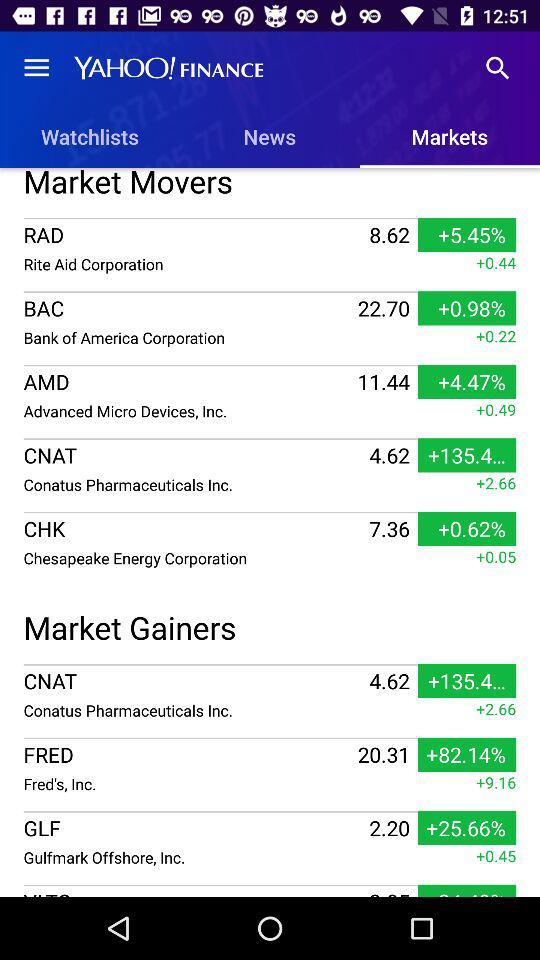  Describe the element at coordinates (193, 828) in the screenshot. I see `item to the left of 2.20 item` at that location.